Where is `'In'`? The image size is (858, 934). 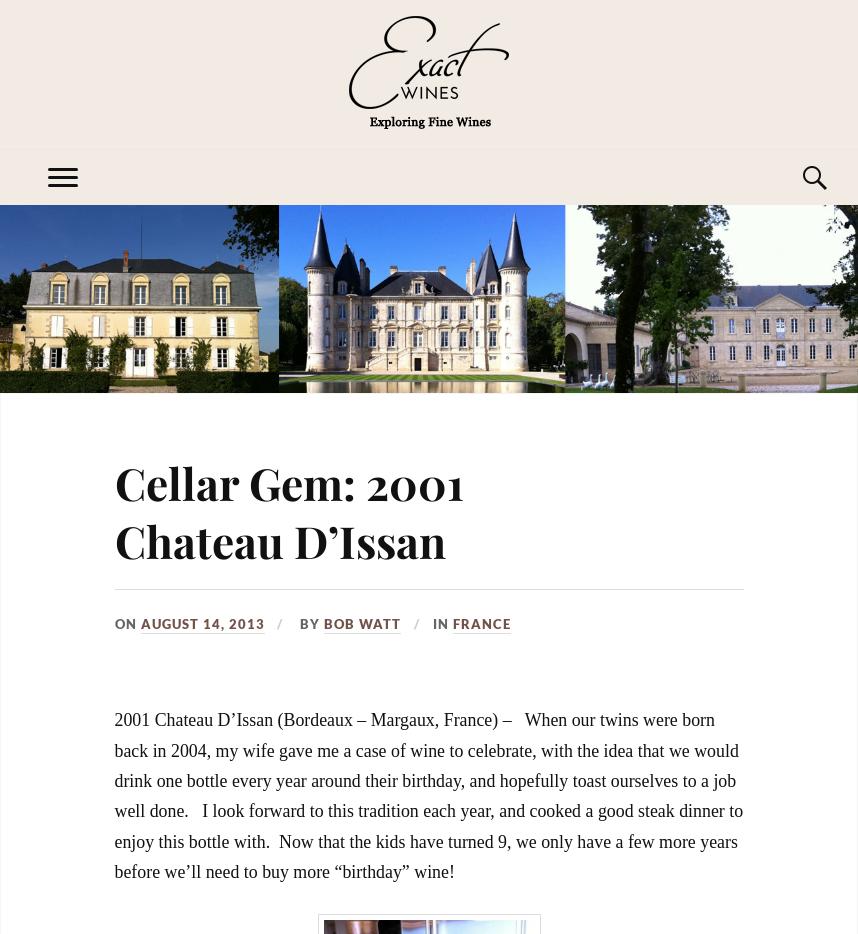 'In' is located at coordinates (442, 622).